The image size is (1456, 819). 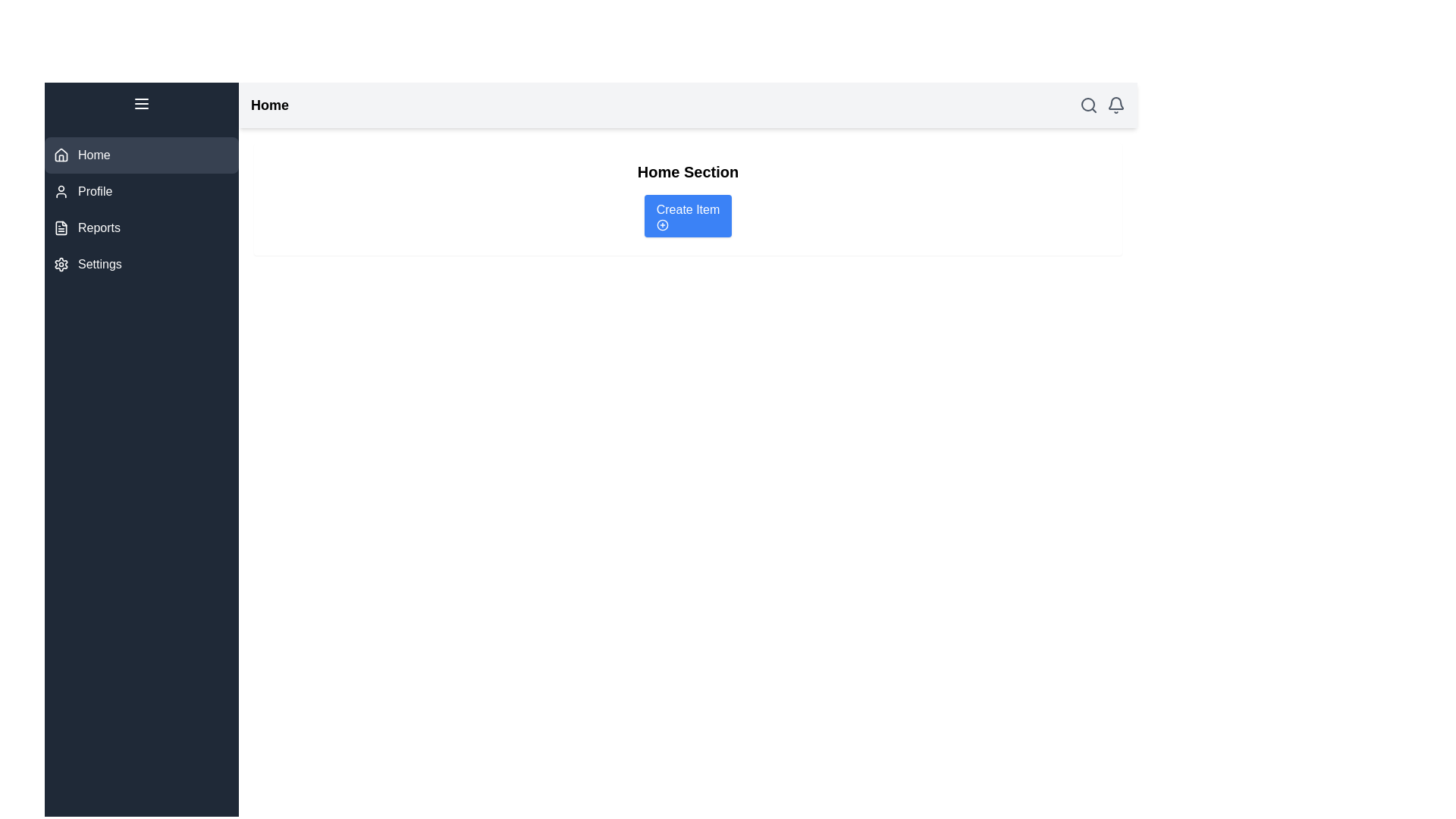 I want to click on the 'Reports' icon located in the navigation bar on the left side of the interface, positioned below the profile icon and above the settings icon, so click(x=61, y=227).